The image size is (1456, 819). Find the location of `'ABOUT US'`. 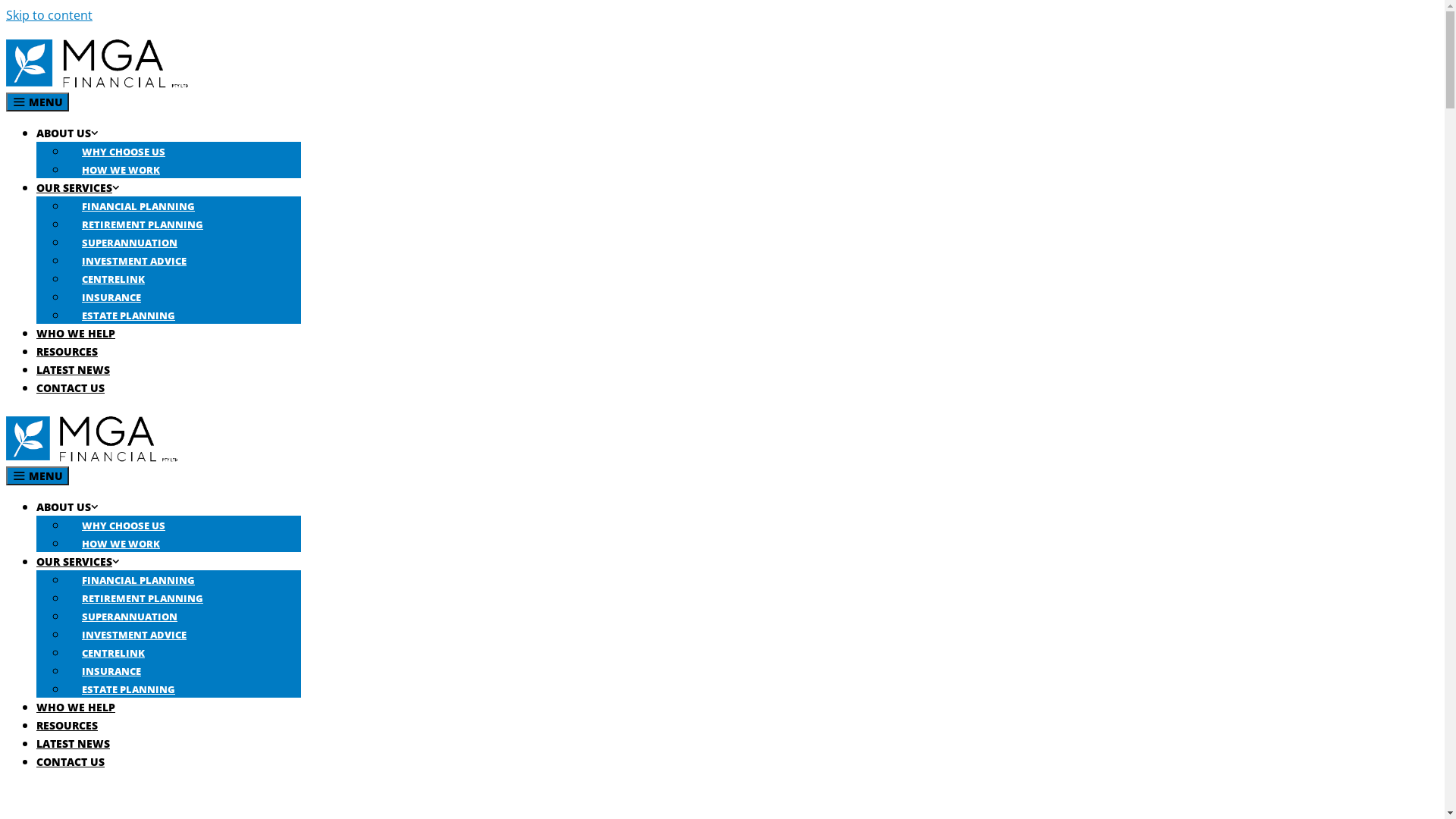

'ABOUT US' is located at coordinates (36, 132).